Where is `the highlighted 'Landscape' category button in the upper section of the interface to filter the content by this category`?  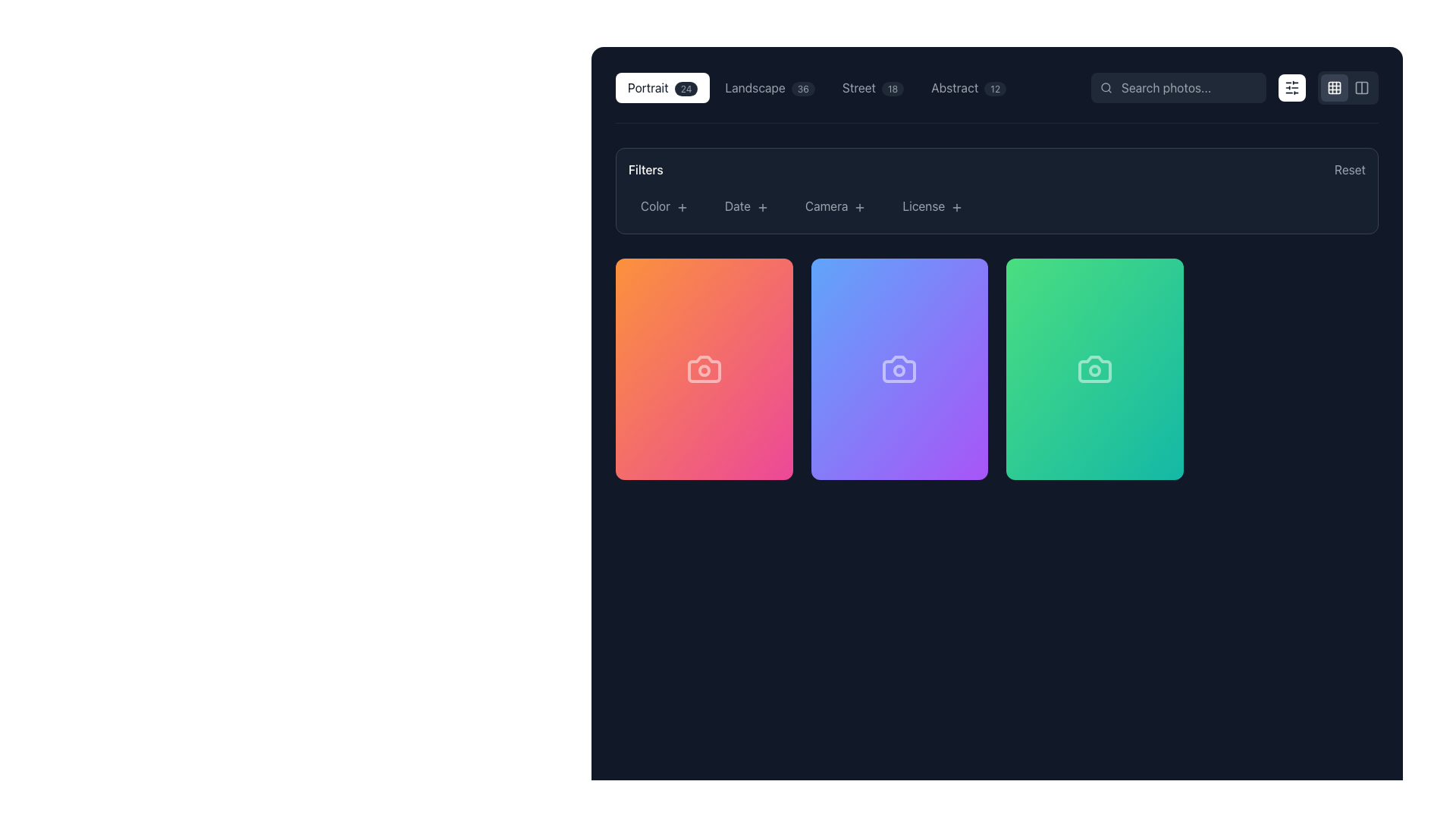
the highlighted 'Landscape' category button in the upper section of the interface to filter the content by this category is located at coordinates (816, 87).